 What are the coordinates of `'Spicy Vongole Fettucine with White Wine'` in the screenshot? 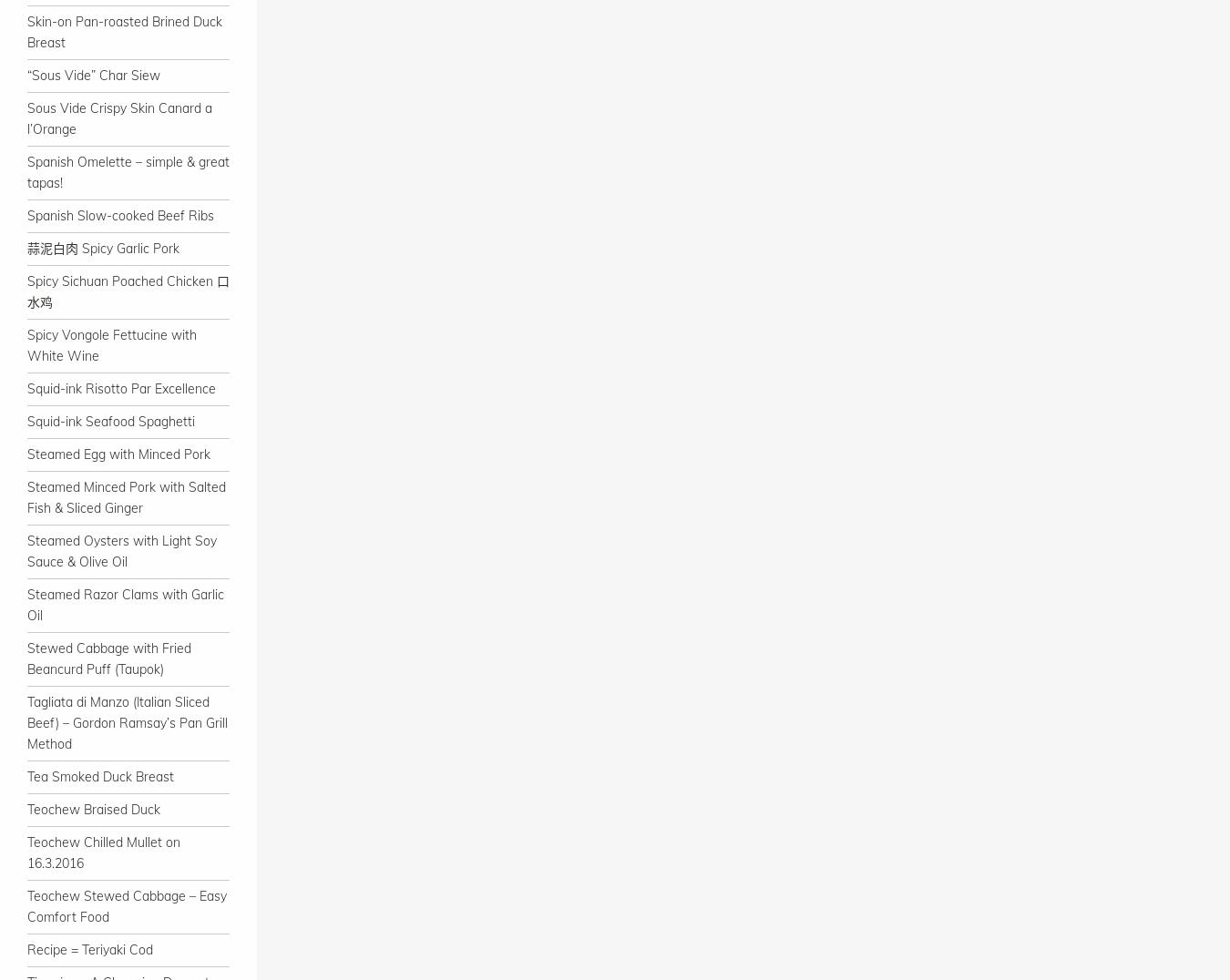 It's located at (111, 344).